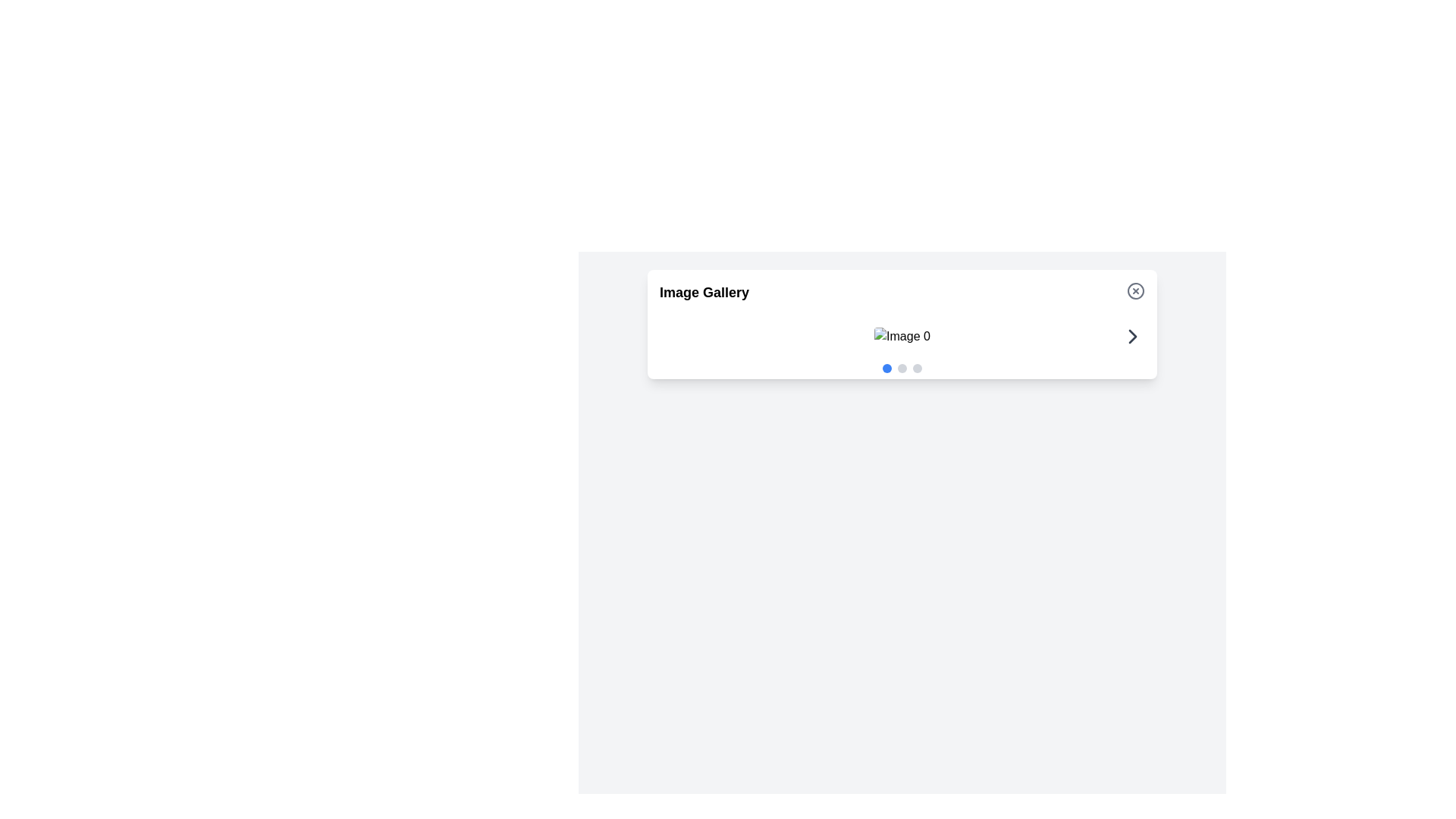  I want to click on the third selectable navigation indicator dot, which is a light gray circular dot, so click(916, 369).